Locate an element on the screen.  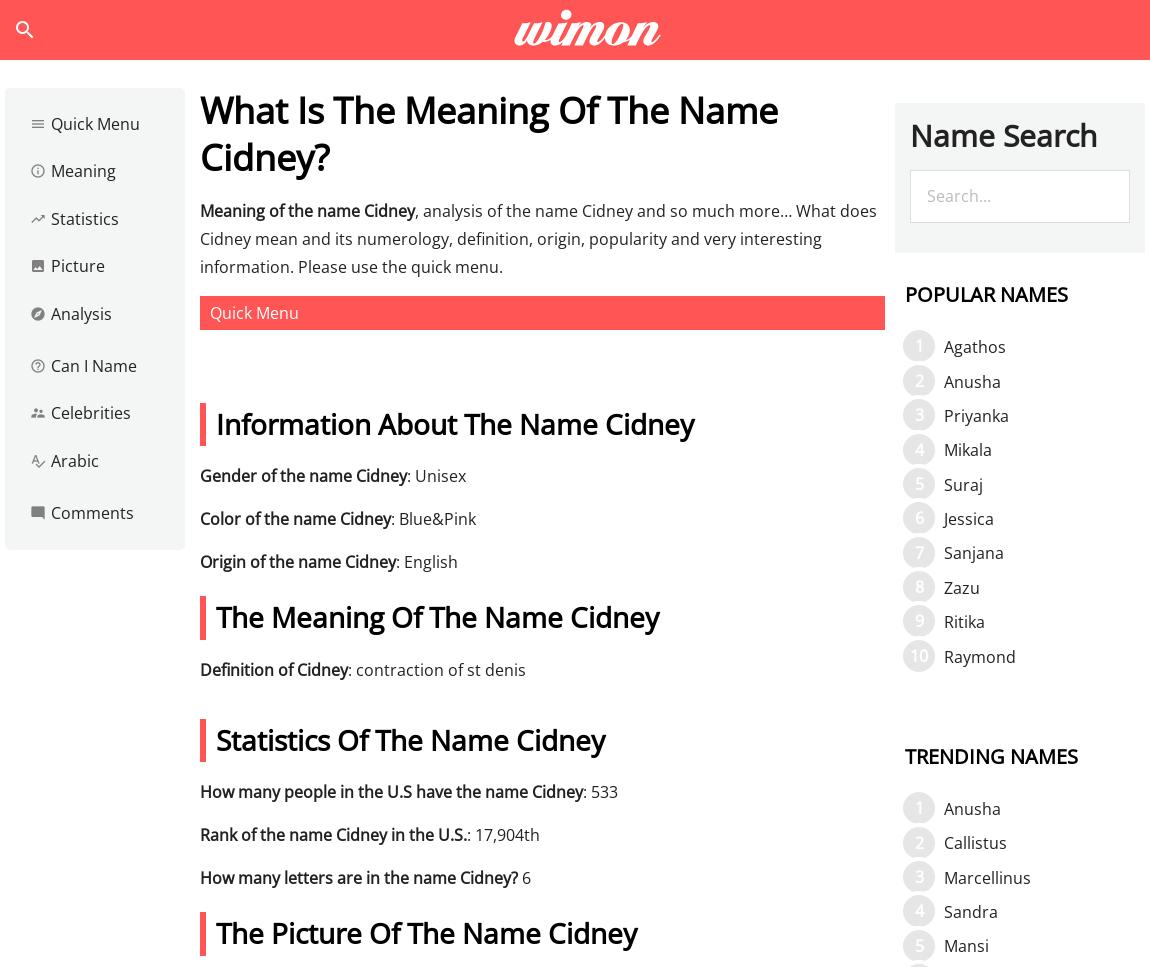
'Ritika' is located at coordinates (964, 621).